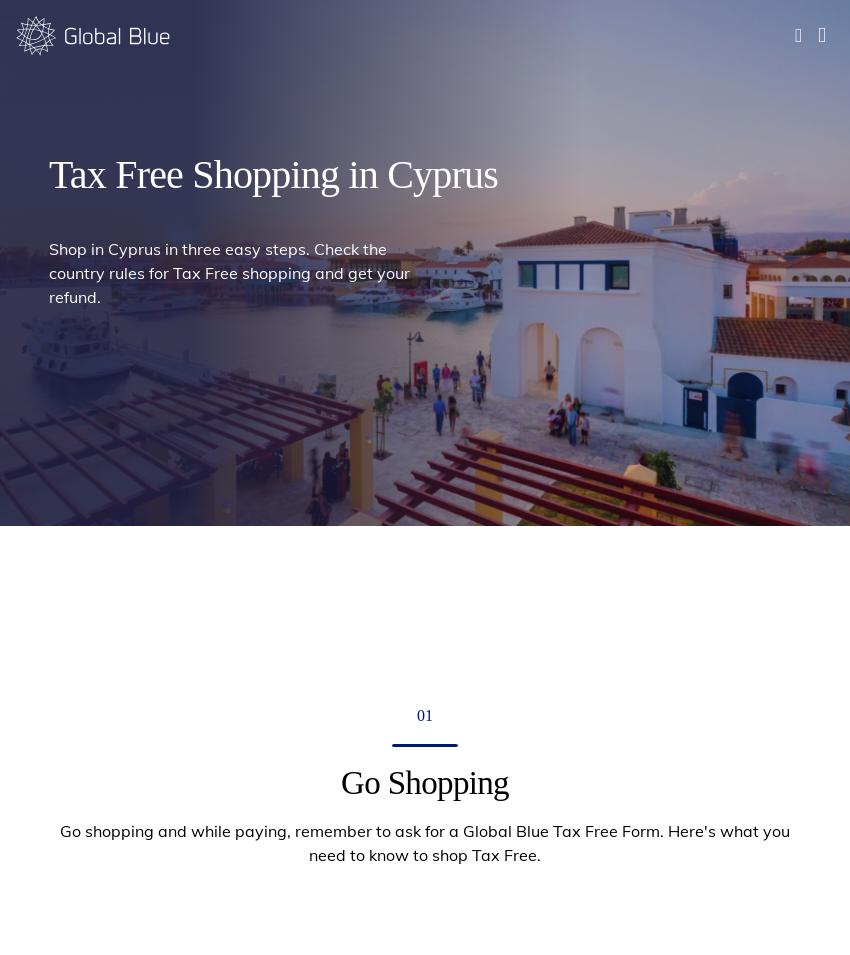 The width and height of the screenshot is (850, 955). What do you see at coordinates (137, 457) in the screenshot?
I see `'Printed Tax Free Forms validated by Customs and original receipt must be sent to:'` at bounding box center [137, 457].